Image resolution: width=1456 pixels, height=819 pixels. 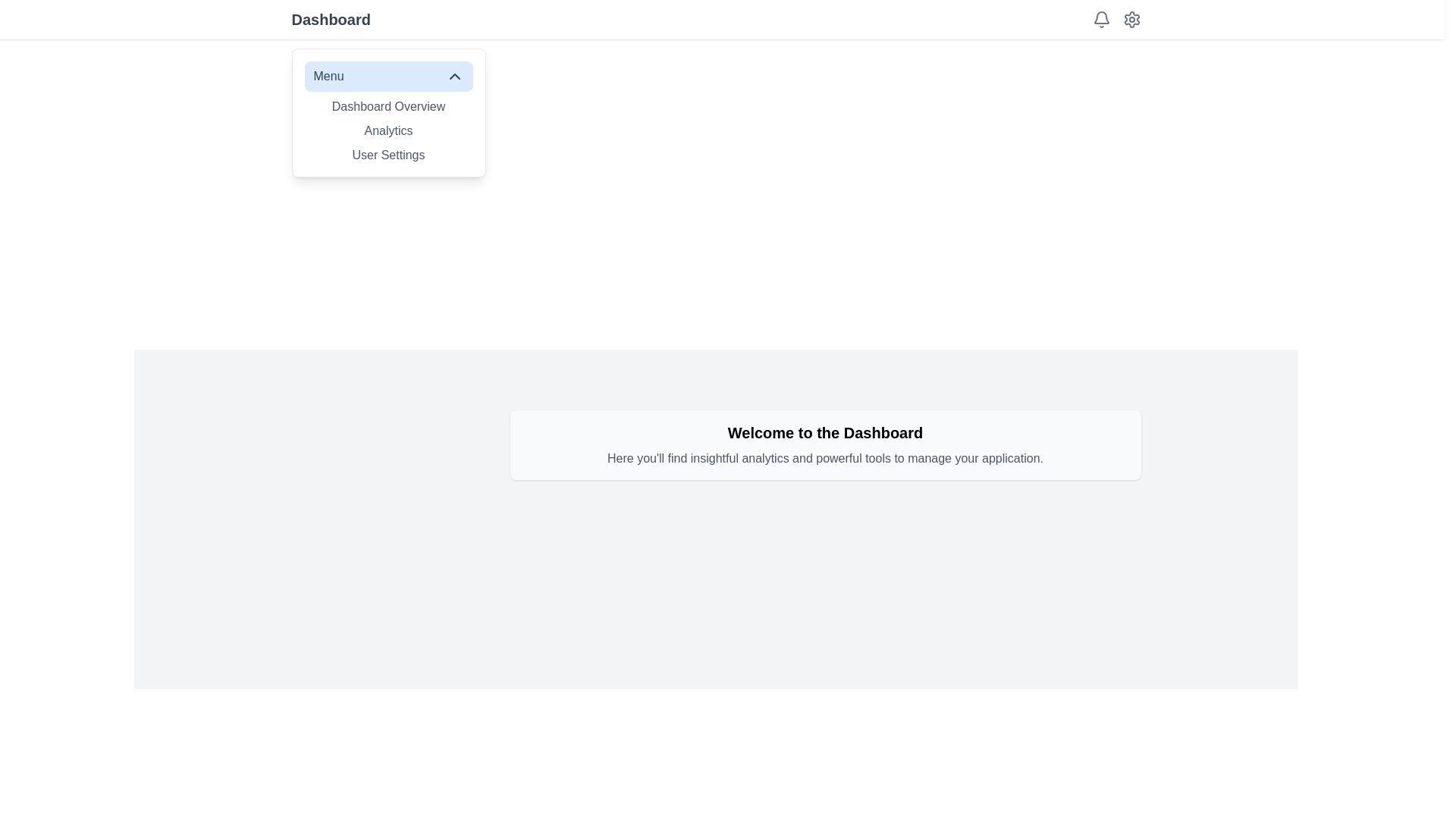 I want to click on the Textual informational display that contains the message 'Welcome to the Dashboard' and additional insights about analytics and tools, so click(x=824, y=444).